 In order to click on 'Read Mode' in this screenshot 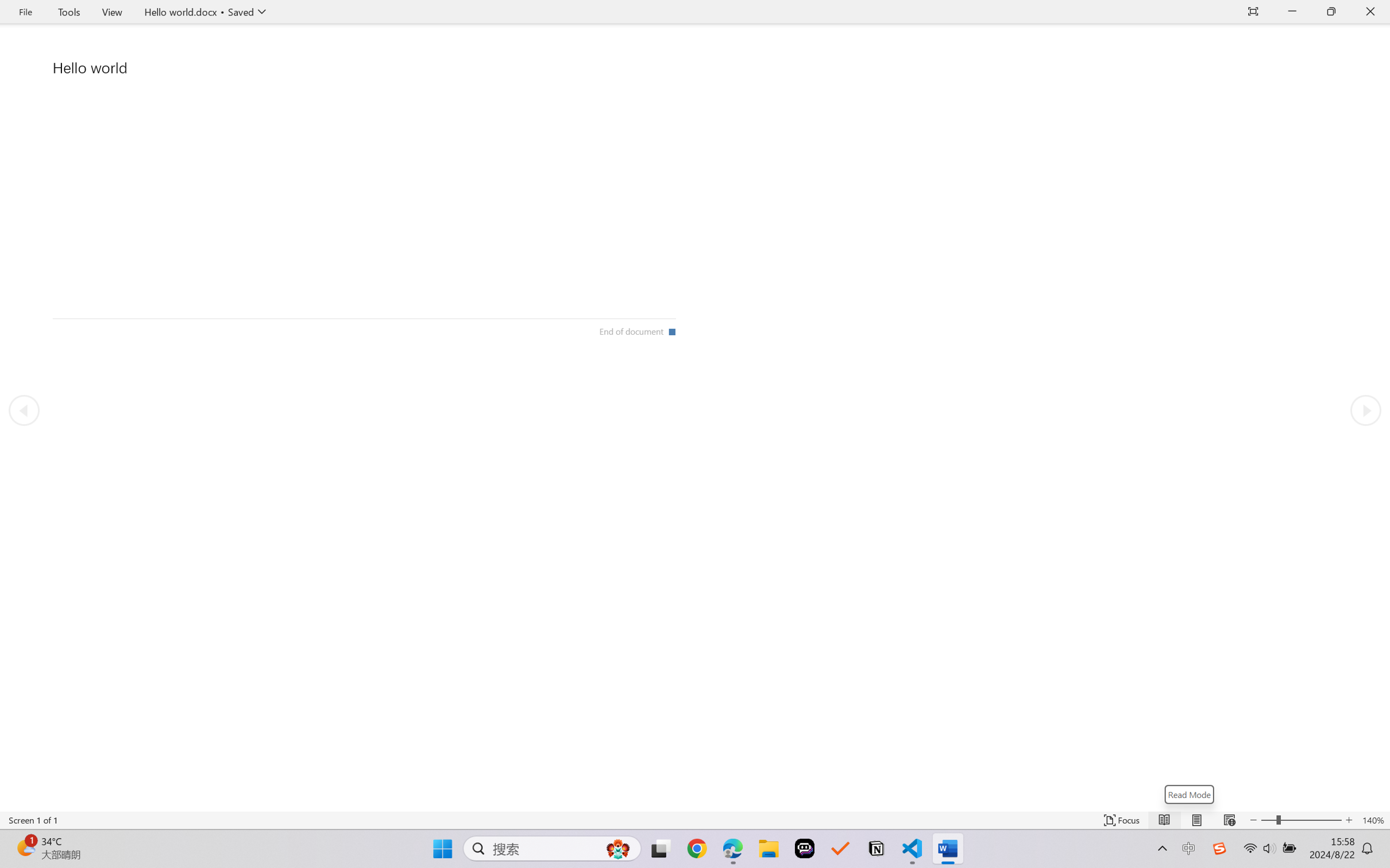, I will do `click(1164, 820)`.